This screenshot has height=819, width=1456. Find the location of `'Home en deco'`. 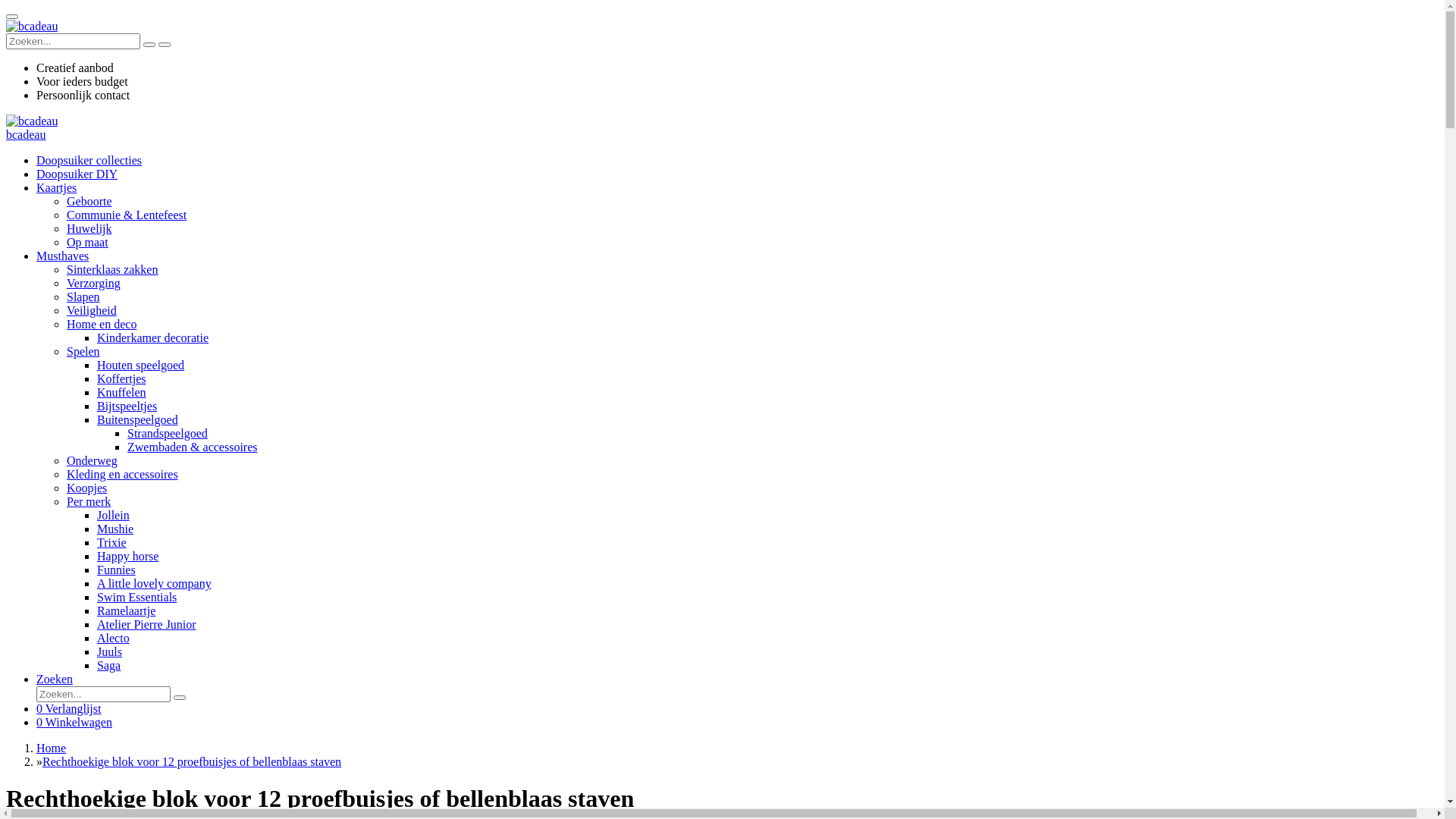

'Home en deco' is located at coordinates (65, 323).